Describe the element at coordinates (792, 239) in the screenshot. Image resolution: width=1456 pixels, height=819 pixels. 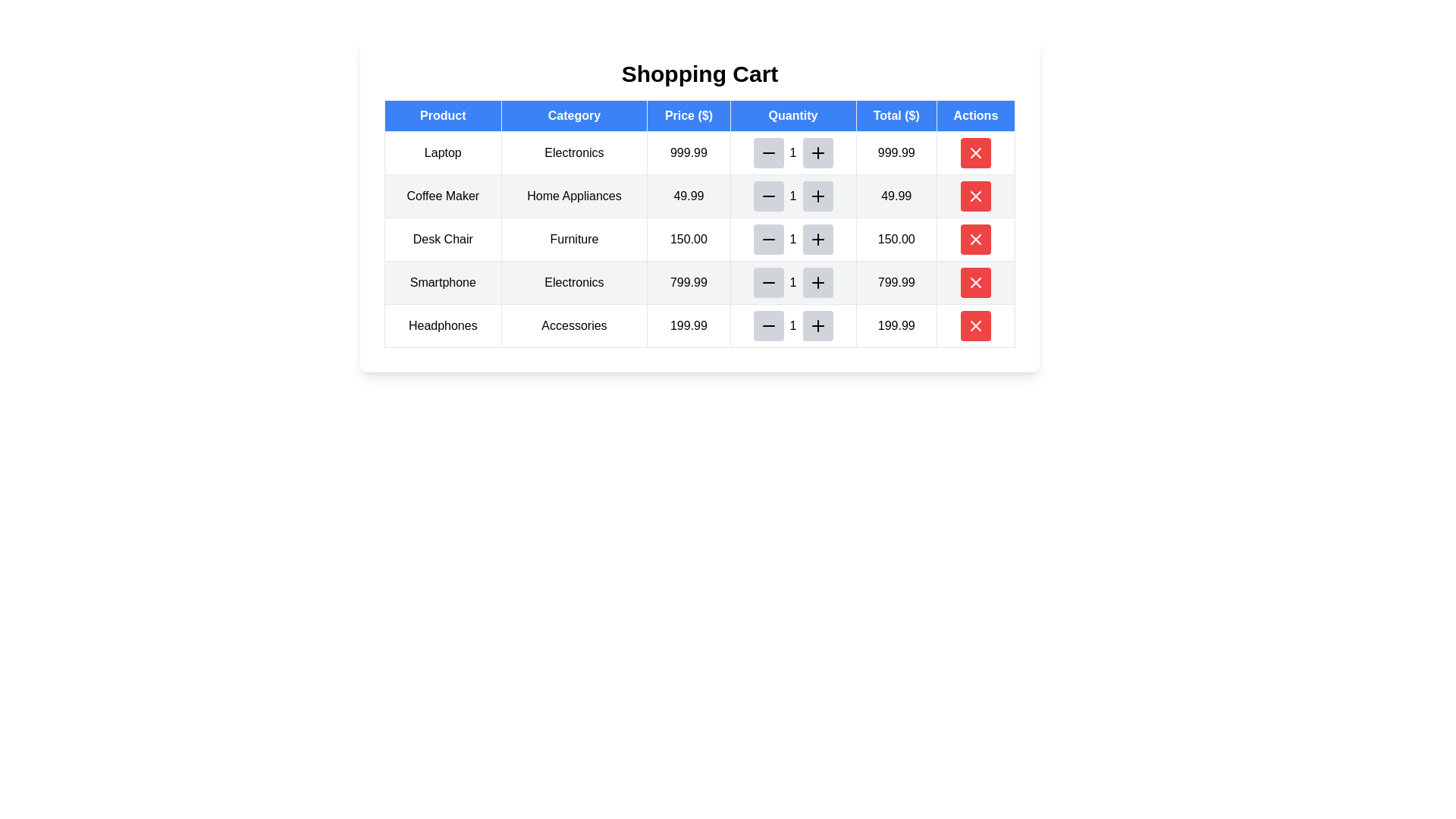
I see `the text digit '1' located centrally within the quantity adjustment section of the 'Desk Chair' row in the shopping cart table` at that location.